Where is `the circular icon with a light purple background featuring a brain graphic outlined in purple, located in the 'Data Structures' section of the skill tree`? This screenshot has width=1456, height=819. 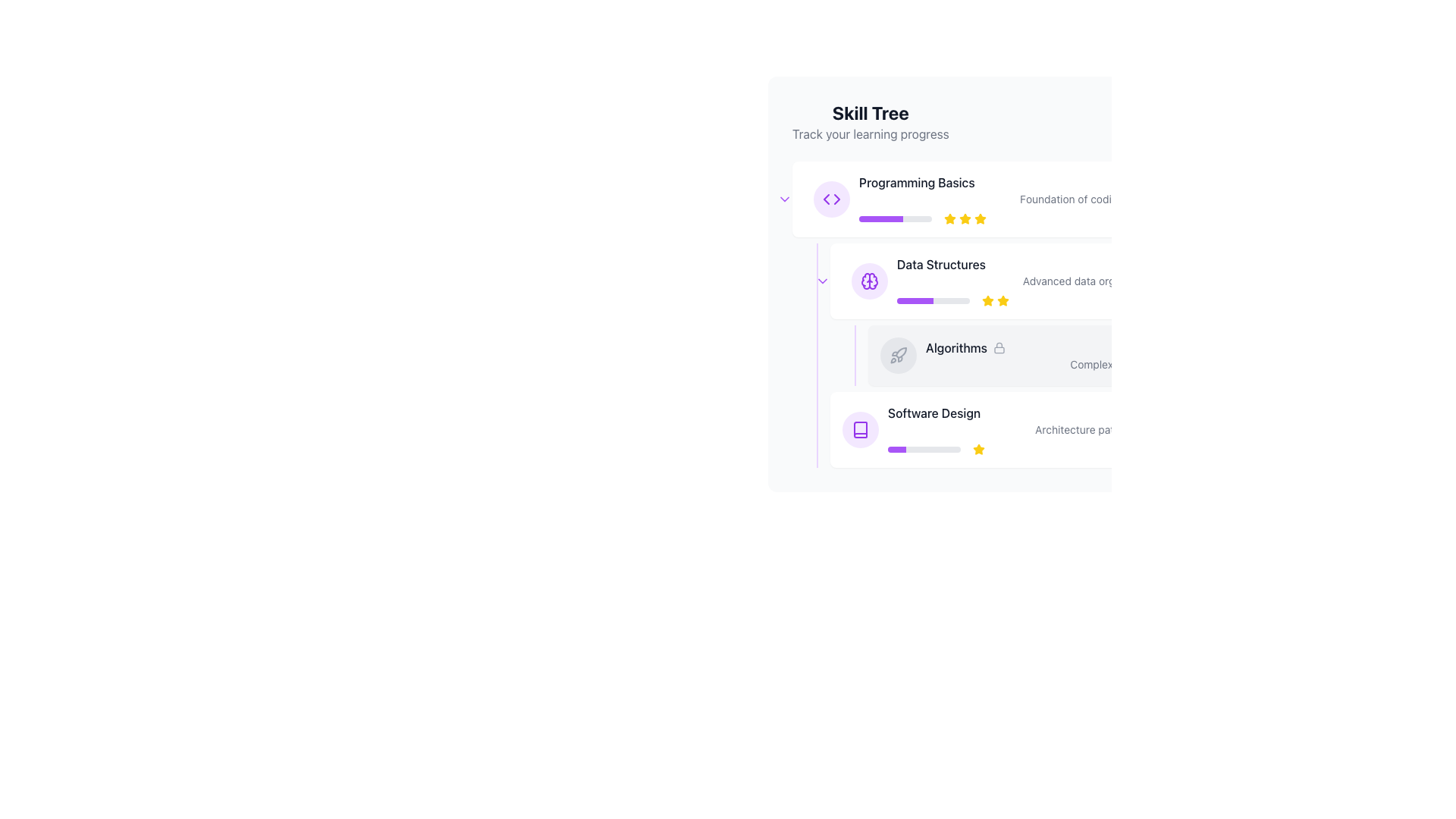
the circular icon with a light purple background featuring a brain graphic outlined in purple, located in the 'Data Structures' section of the skill tree is located at coordinates (870, 281).